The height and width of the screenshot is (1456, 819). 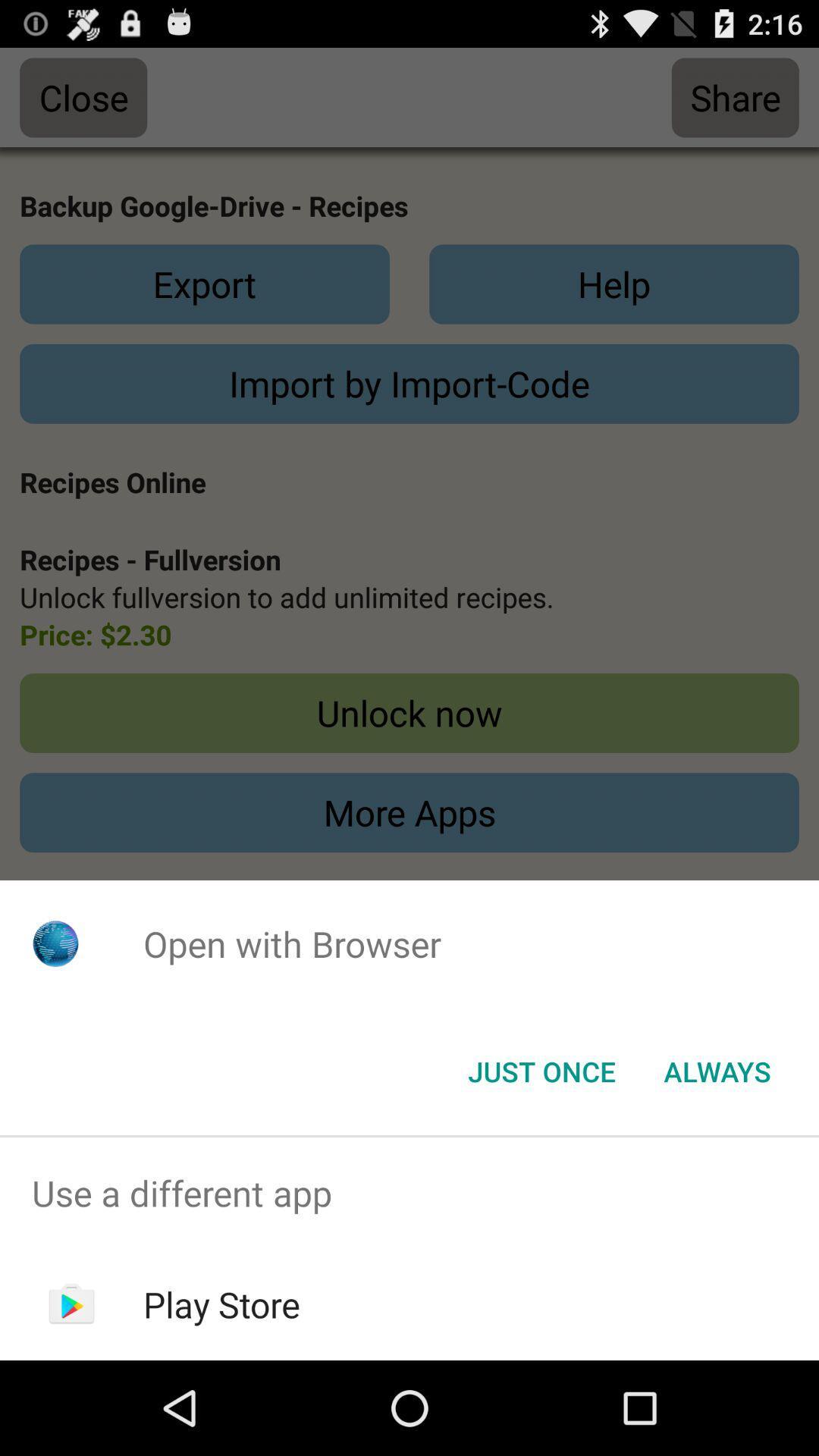 I want to click on button next to the just once item, so click(x=717, y=1070).